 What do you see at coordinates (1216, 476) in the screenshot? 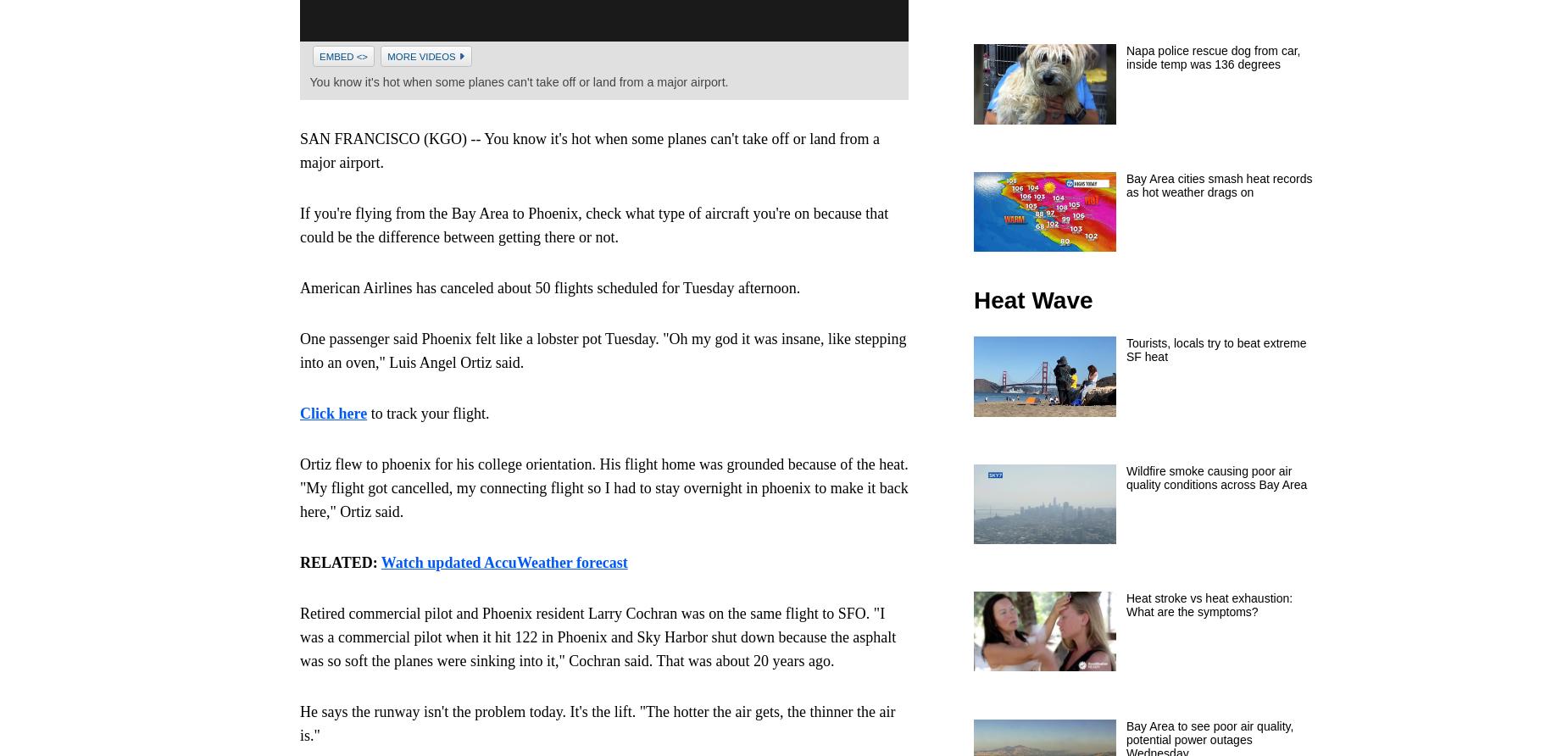
I see `'Wildfire smoke causing poor air quality conditions across Bay Area'` at bounding box center [1216, 476].